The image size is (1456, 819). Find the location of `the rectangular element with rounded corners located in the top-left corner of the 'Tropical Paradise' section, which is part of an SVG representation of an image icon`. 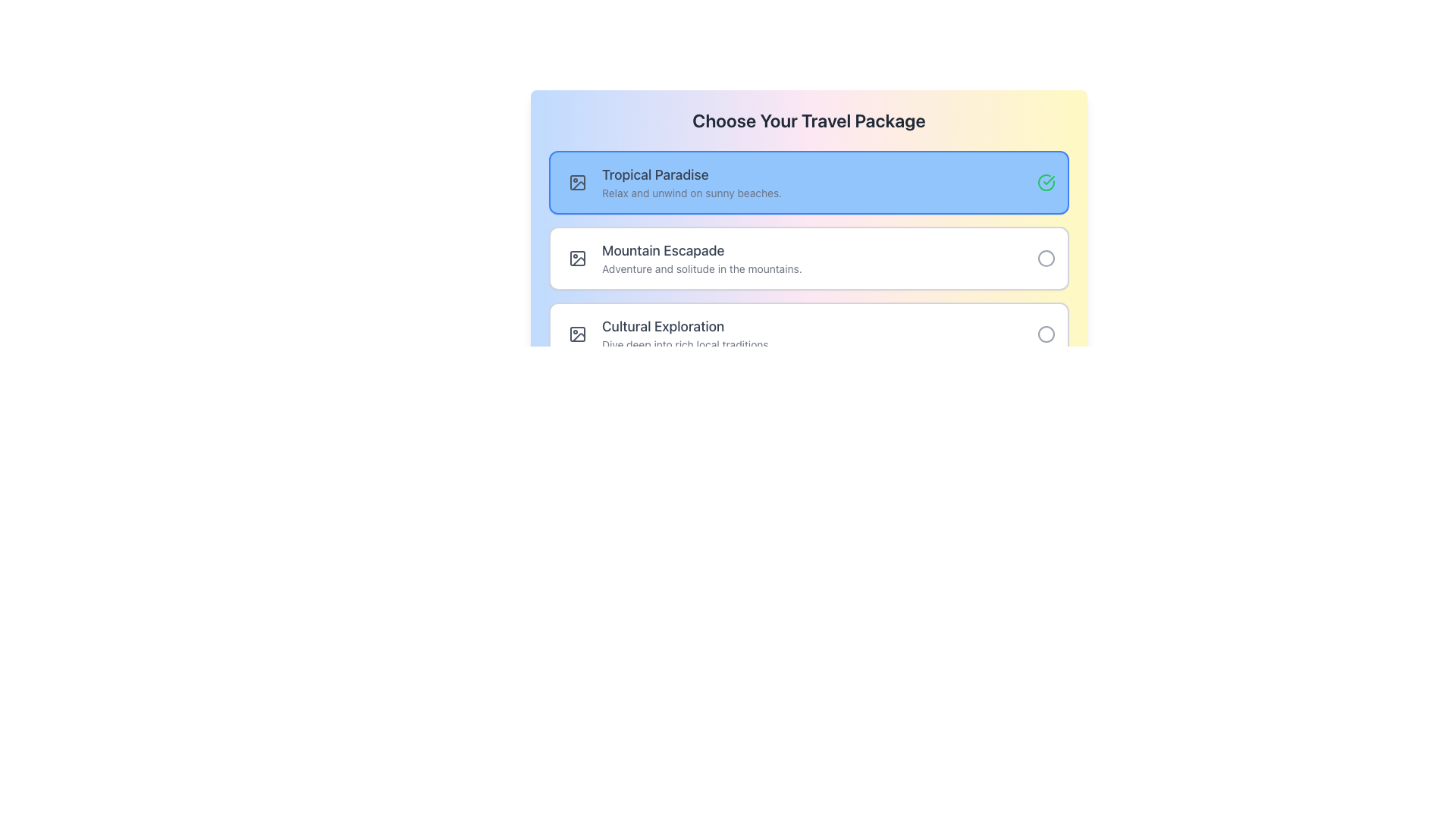

the rectangular element with rounded corners located in the top-left corner of the 'Tropical Paradise' section, which is part of an SVG representation of an image icon is located at coordinates (577, 181).